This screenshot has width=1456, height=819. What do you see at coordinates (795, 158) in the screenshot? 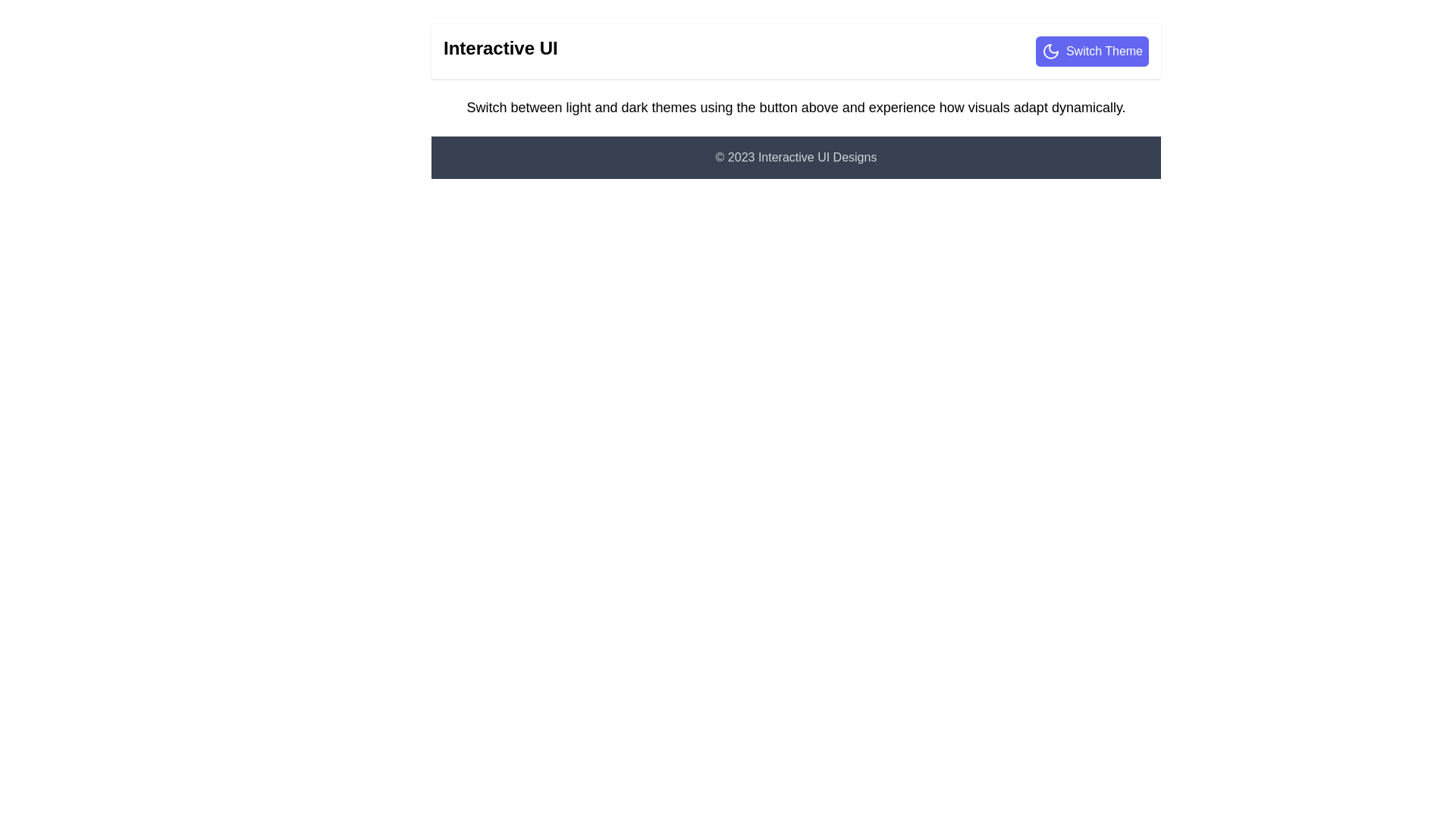
I see `the static text element that serves as the footer, providing copyright information, located centrally at the bottom of the interface` at bounding box center [795, 158].